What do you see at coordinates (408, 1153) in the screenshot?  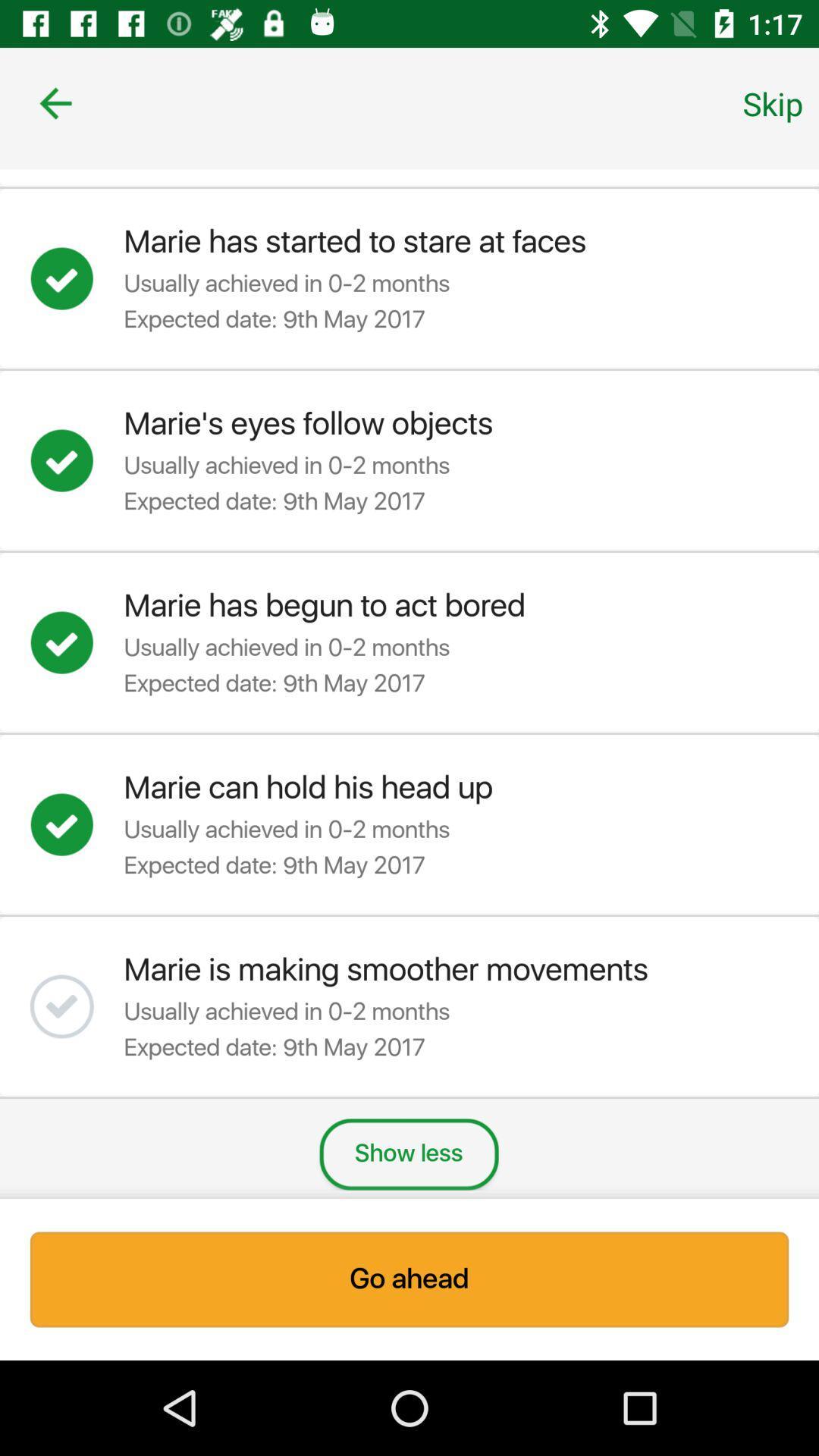 I see `the icon above go ahead item` at bounding box center [408, 1153].